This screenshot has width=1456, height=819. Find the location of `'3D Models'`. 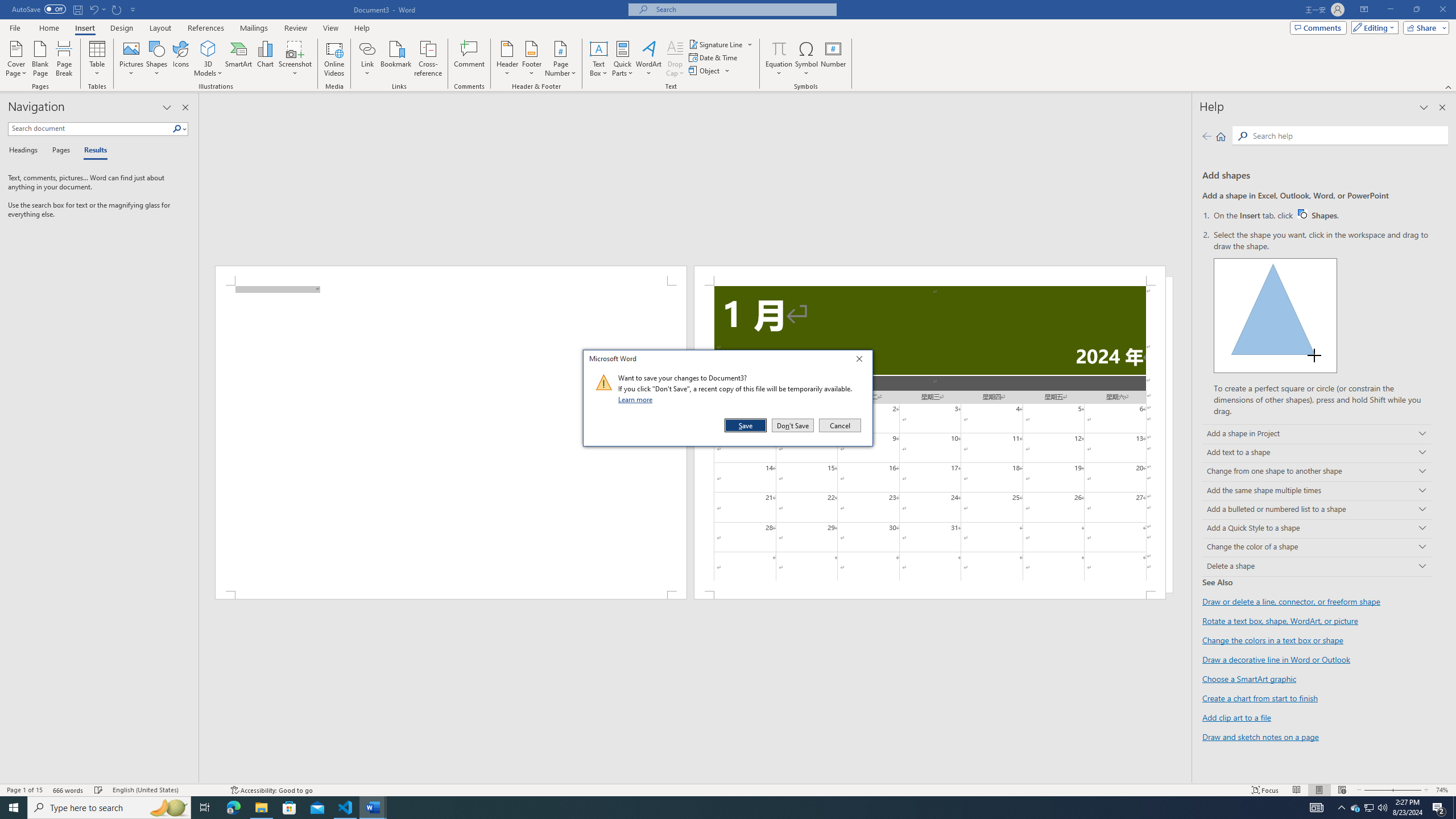

'3D Models' is located at coordinates (208, 59).